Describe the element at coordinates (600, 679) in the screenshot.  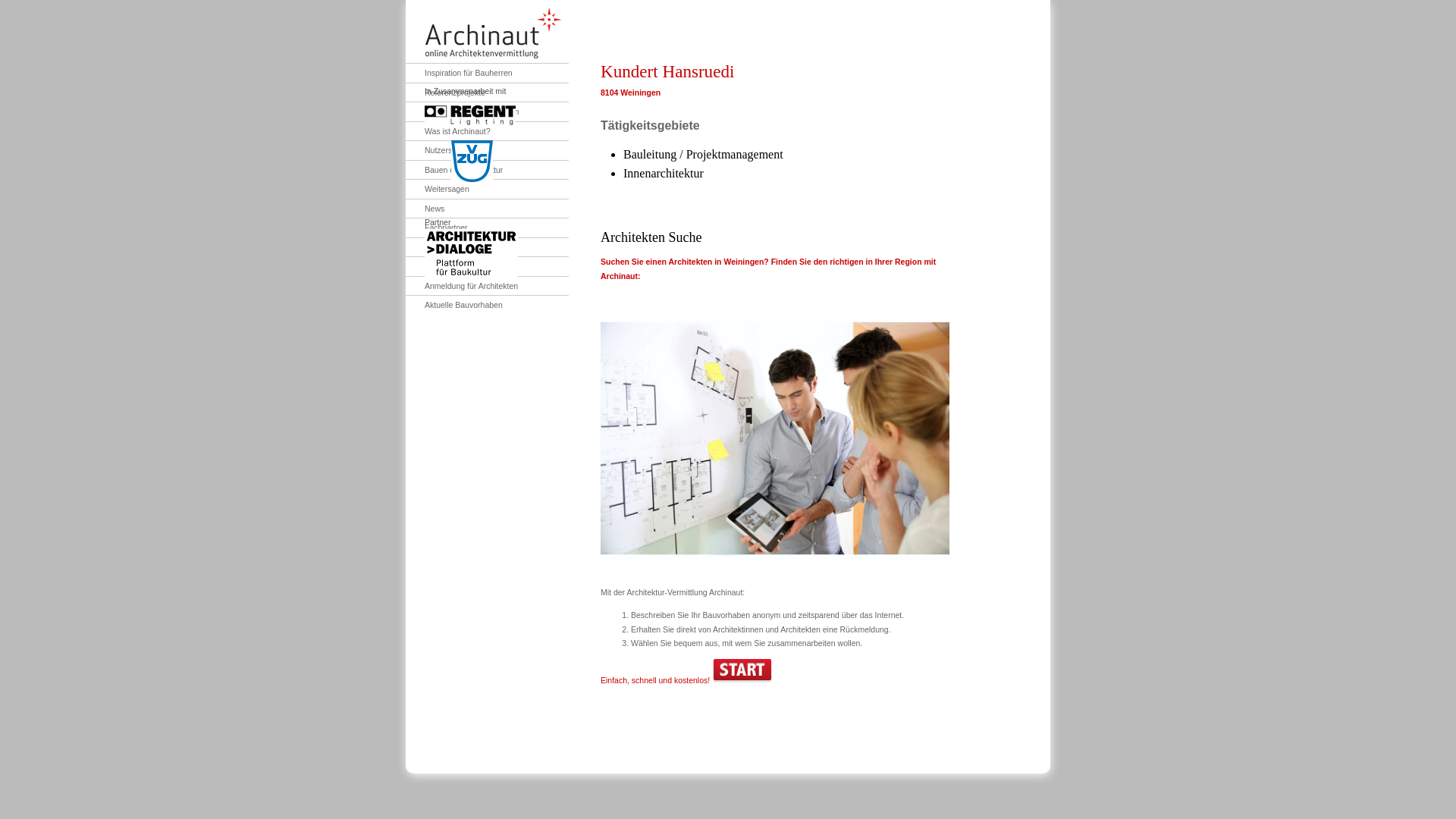
I see `'Einfach, schnell und kostenlos!'` at that location.